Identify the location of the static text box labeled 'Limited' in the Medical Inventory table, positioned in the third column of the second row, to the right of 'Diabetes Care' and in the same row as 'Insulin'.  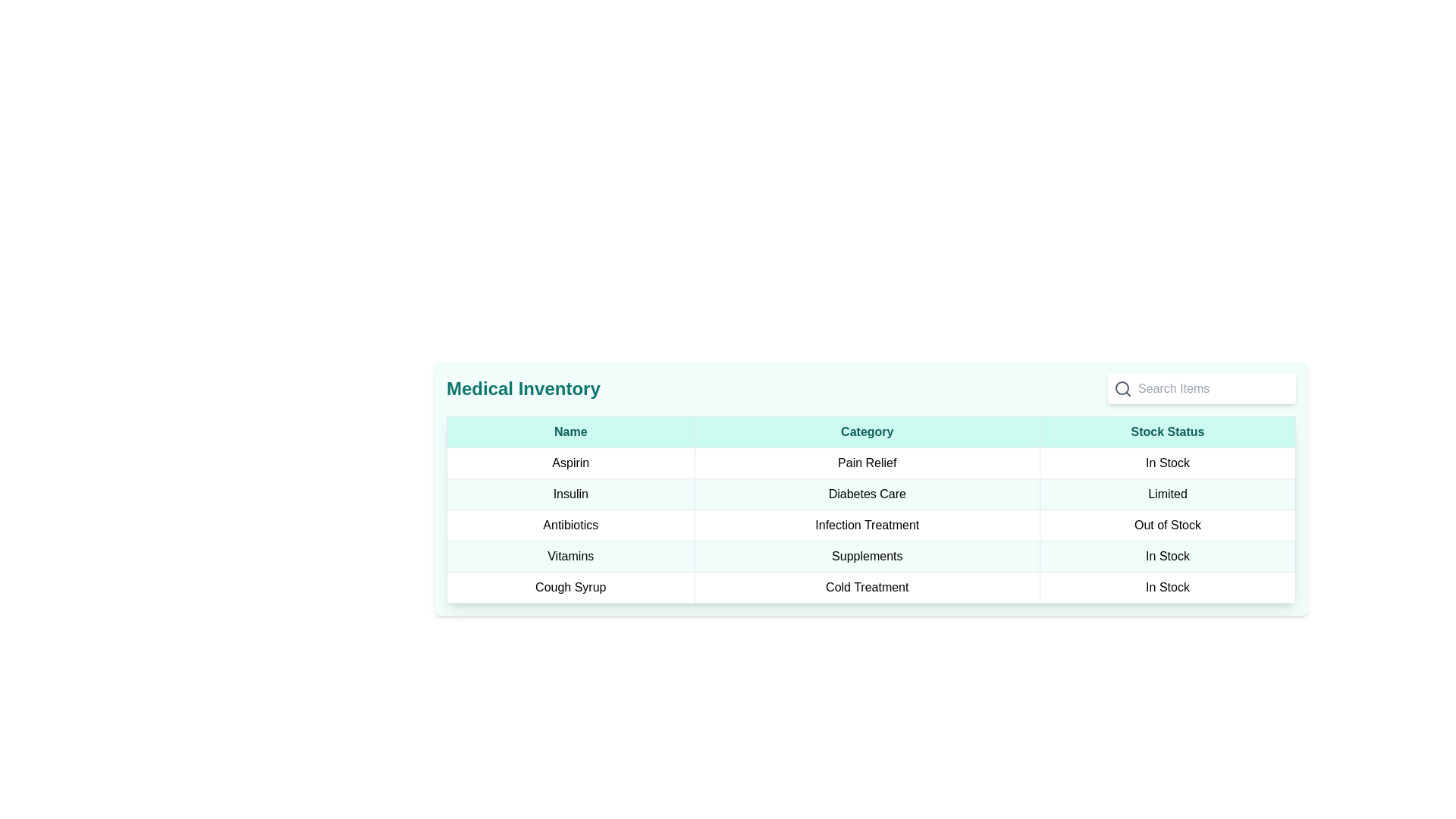
(1167, 494).